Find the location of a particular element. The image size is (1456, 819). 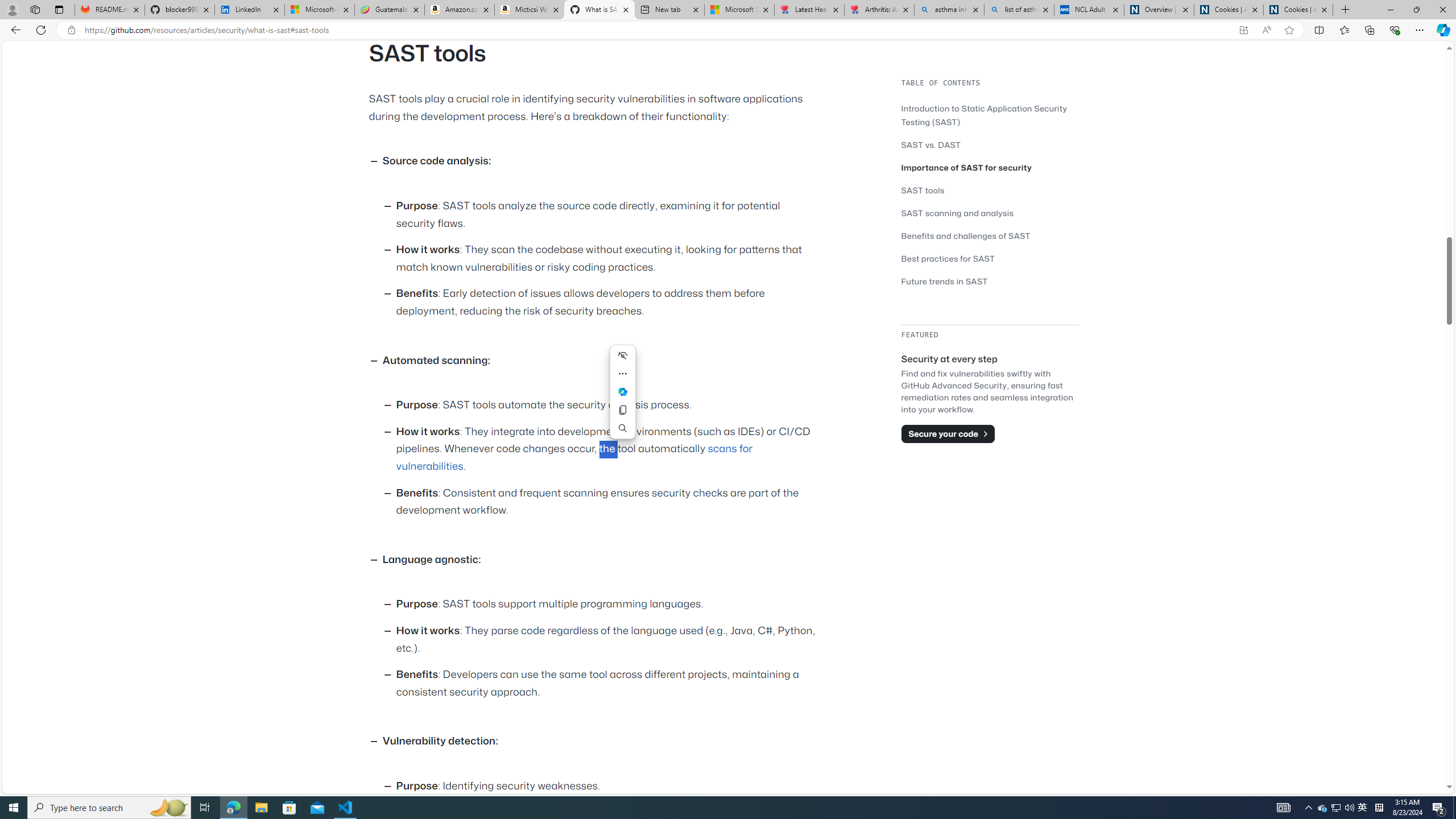

'asthma inhaler - Search' is located at coordinates (949, 9).